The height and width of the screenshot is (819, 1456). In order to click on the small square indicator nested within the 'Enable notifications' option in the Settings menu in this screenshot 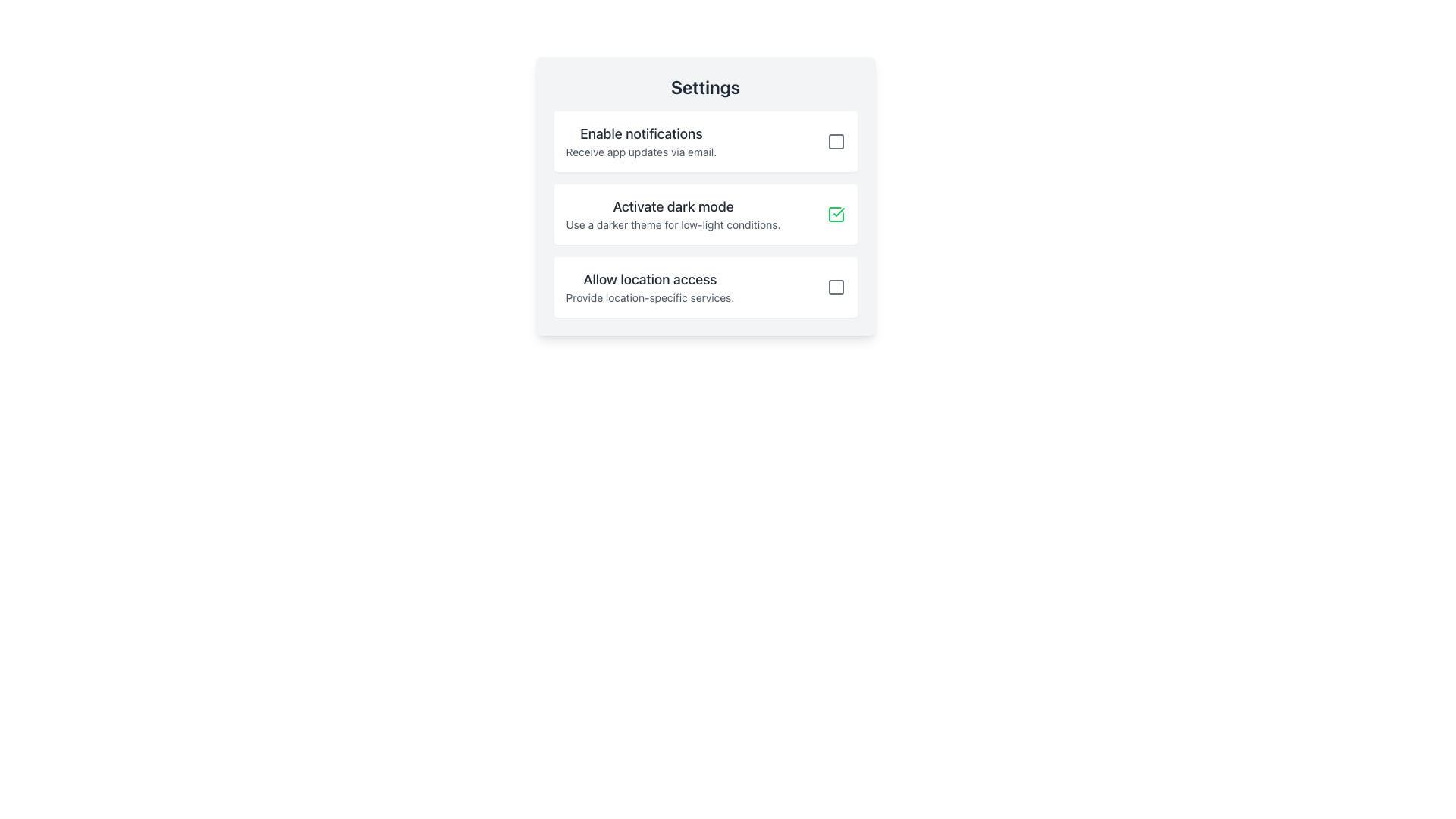, I will do `click(835, 141)`.